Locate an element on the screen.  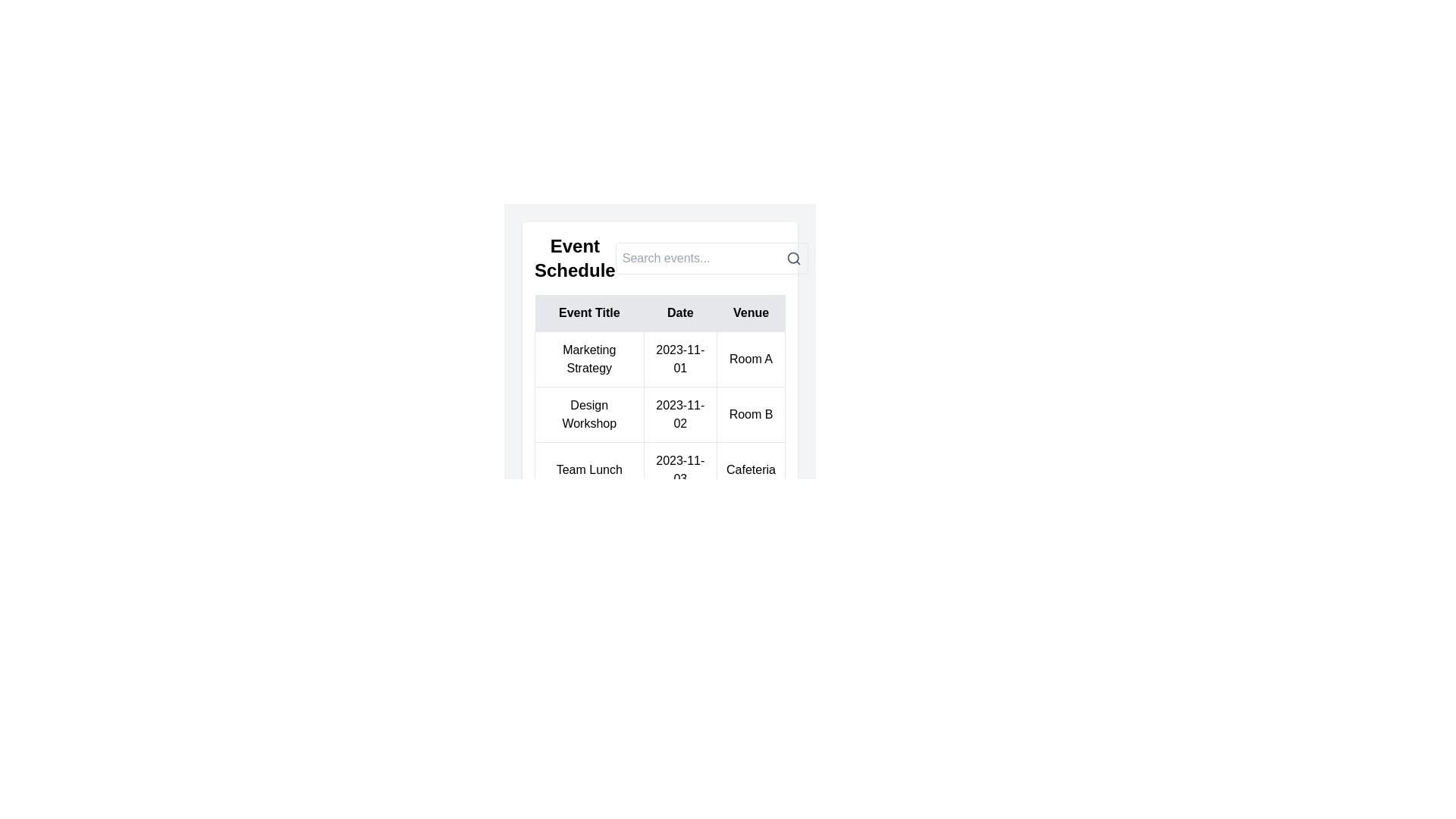
the static text display reading 'Room A', which is styled with padding and a border, located in the 'Venue' column of the table is located at coordinates (751, 359).